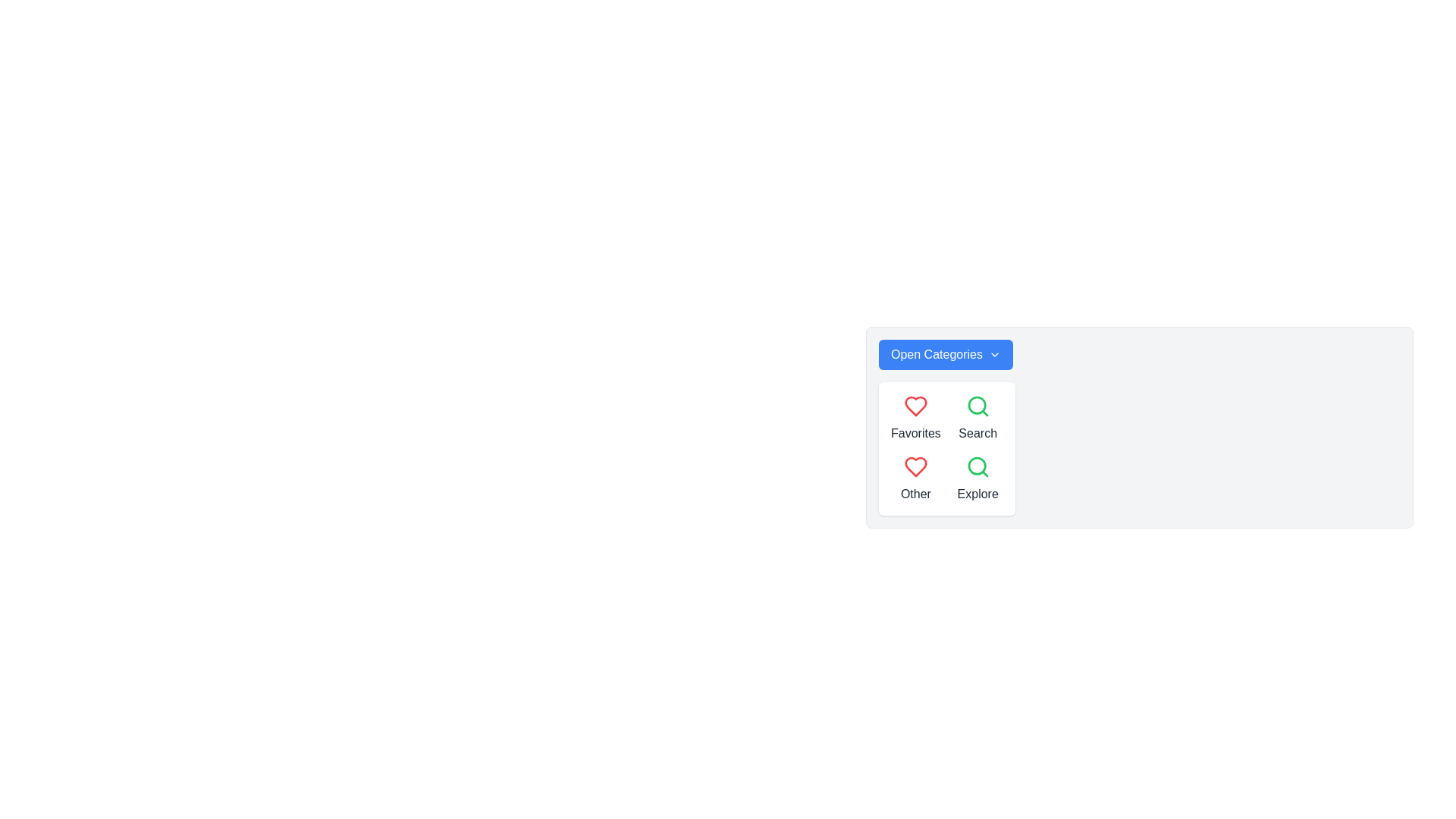  I want to click on the grid layout containing interactive navigation items, so click(946, 447).